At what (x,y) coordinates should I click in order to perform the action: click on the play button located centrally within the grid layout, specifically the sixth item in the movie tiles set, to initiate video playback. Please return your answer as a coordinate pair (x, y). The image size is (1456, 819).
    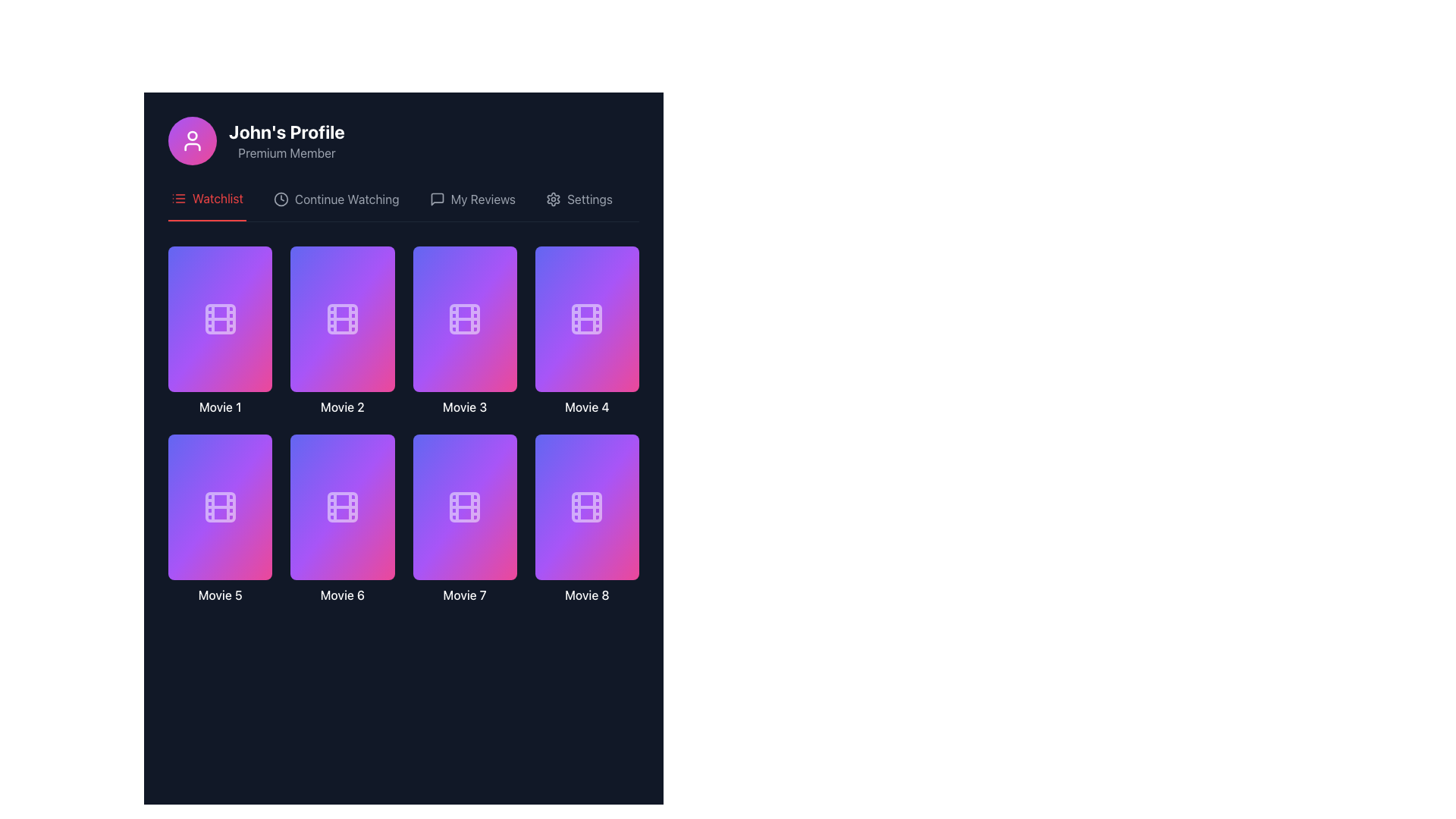
    Looking at the image, I should click on (341, 500).